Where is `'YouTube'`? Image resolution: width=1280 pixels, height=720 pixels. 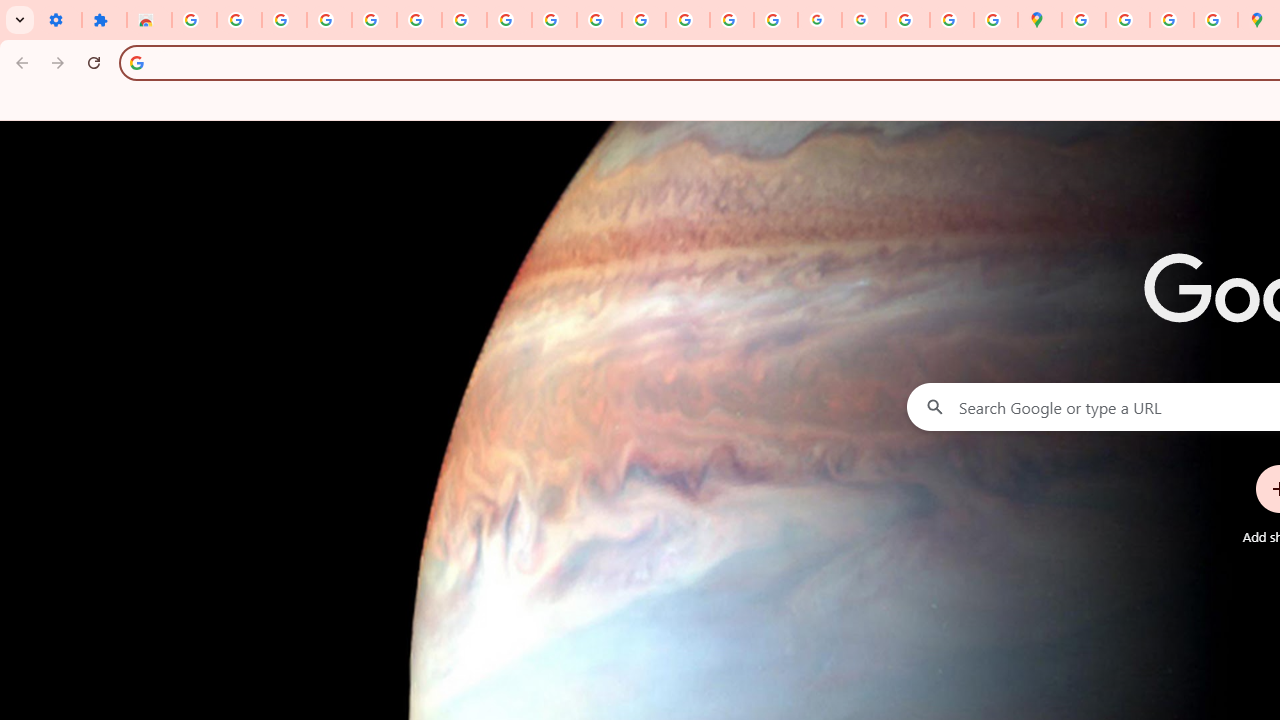 'YouTube' is located at coordinates (554, 20).